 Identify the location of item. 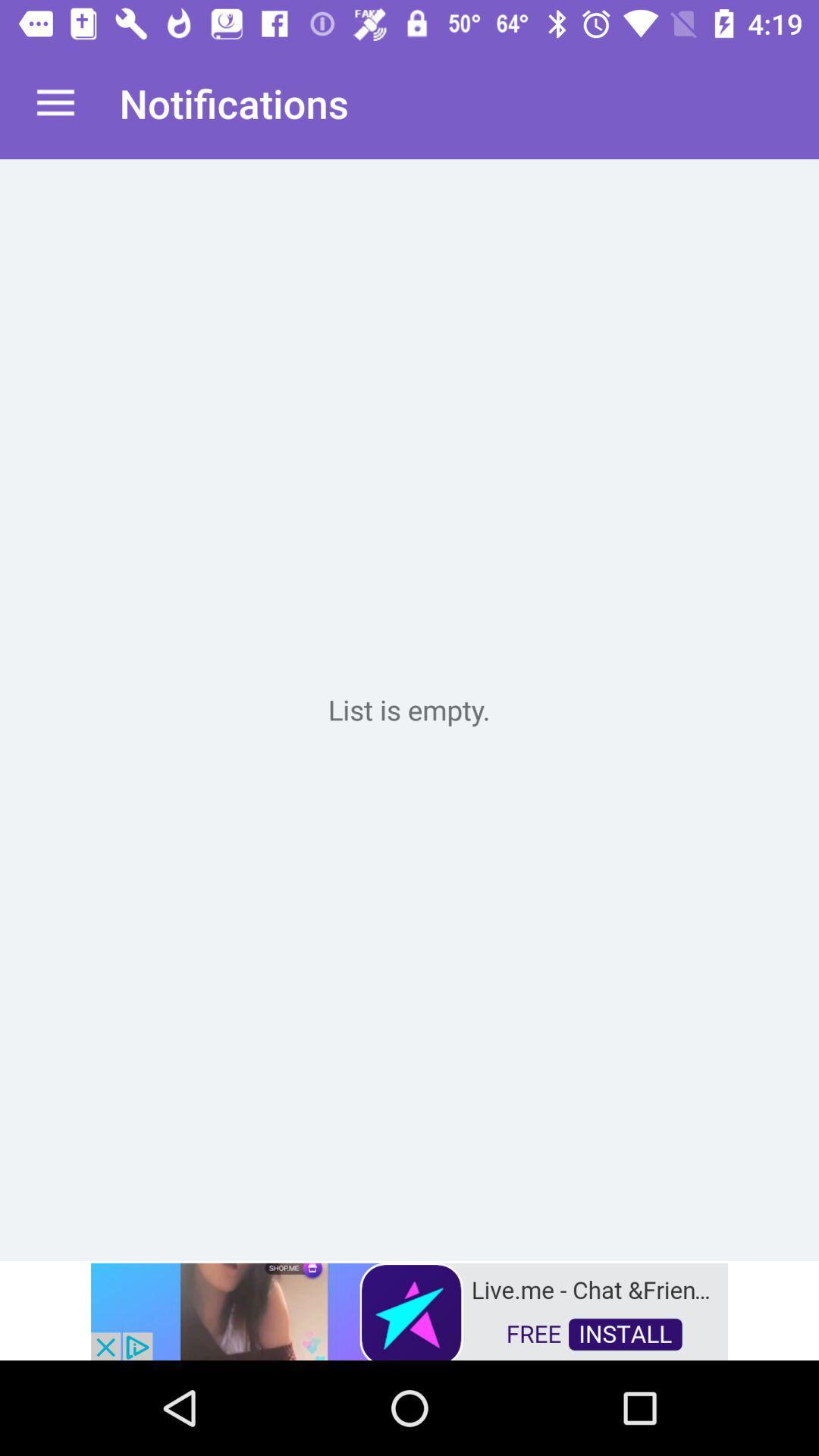
(409, 709).